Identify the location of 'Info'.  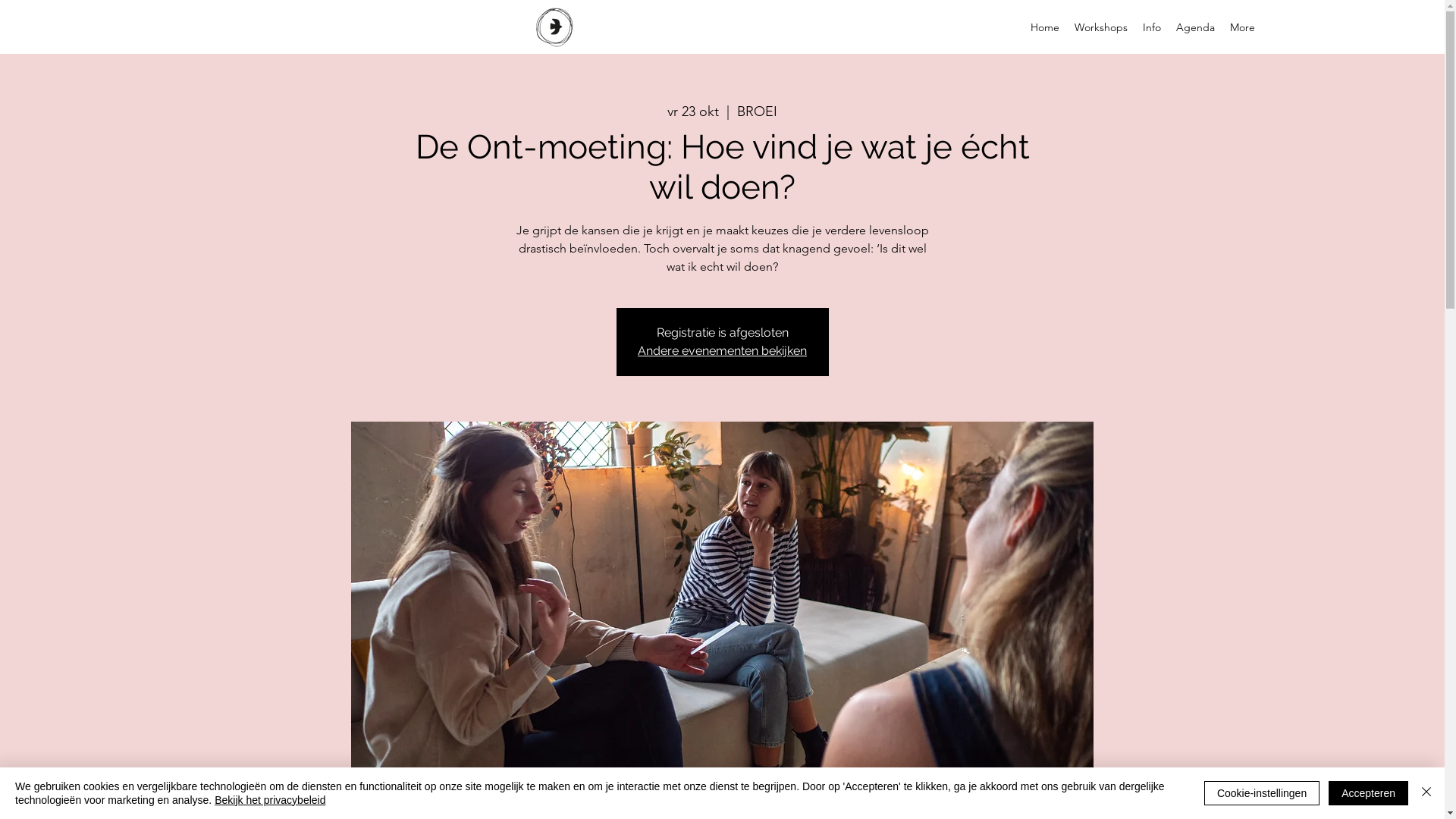
(1150, 27).